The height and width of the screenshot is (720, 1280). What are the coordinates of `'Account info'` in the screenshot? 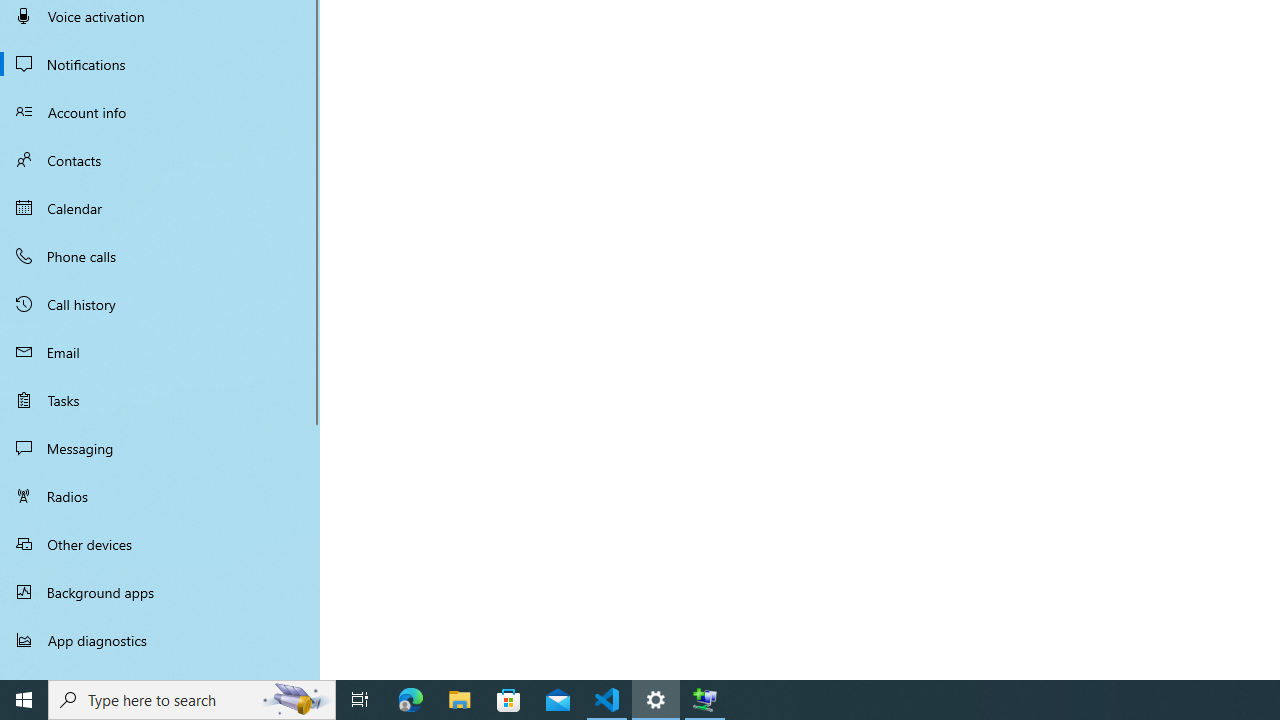 It's located at (160, 111).